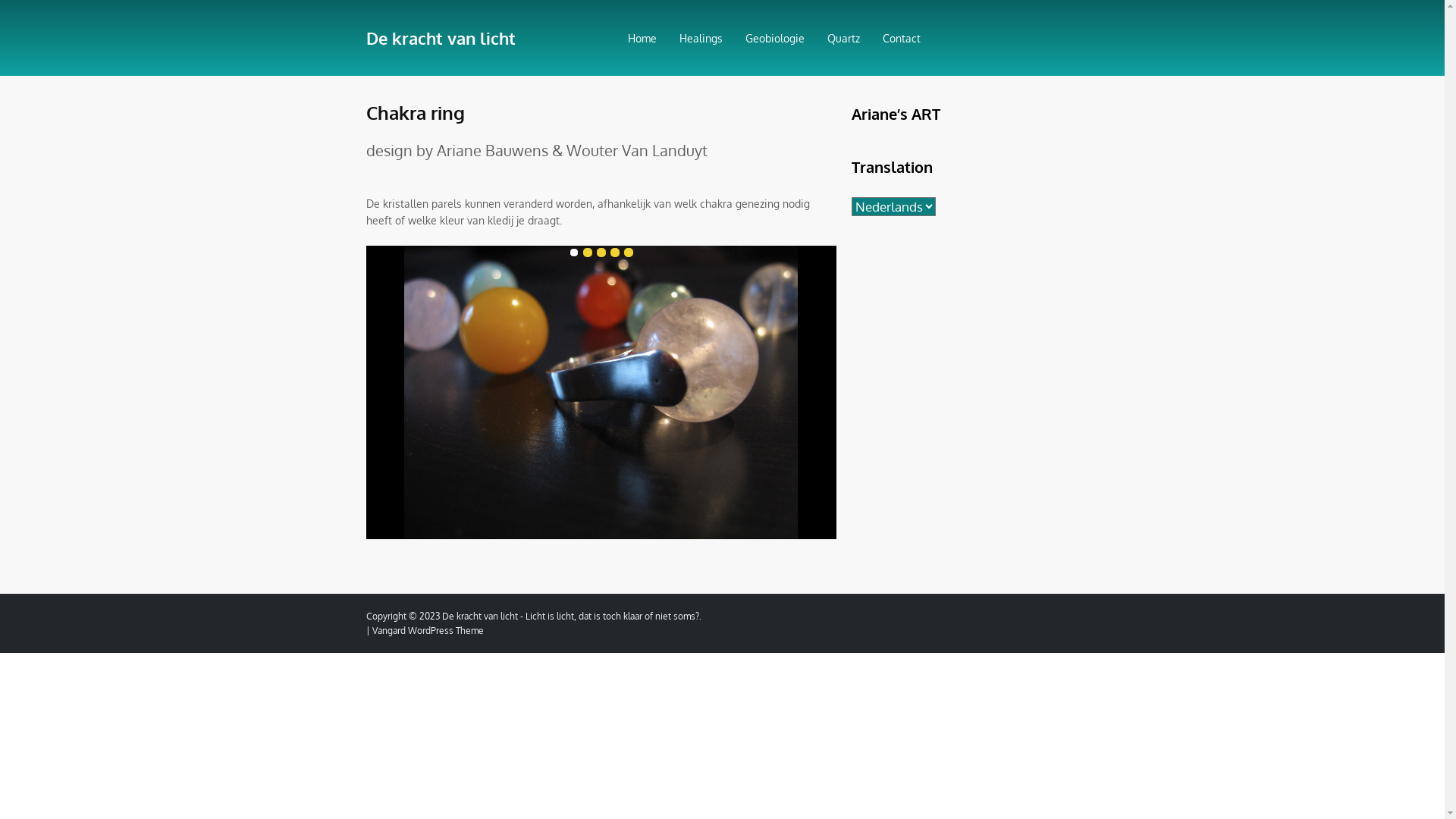 The image size is (1456, 819). I want to click on 'Contact', so click(874, 37).